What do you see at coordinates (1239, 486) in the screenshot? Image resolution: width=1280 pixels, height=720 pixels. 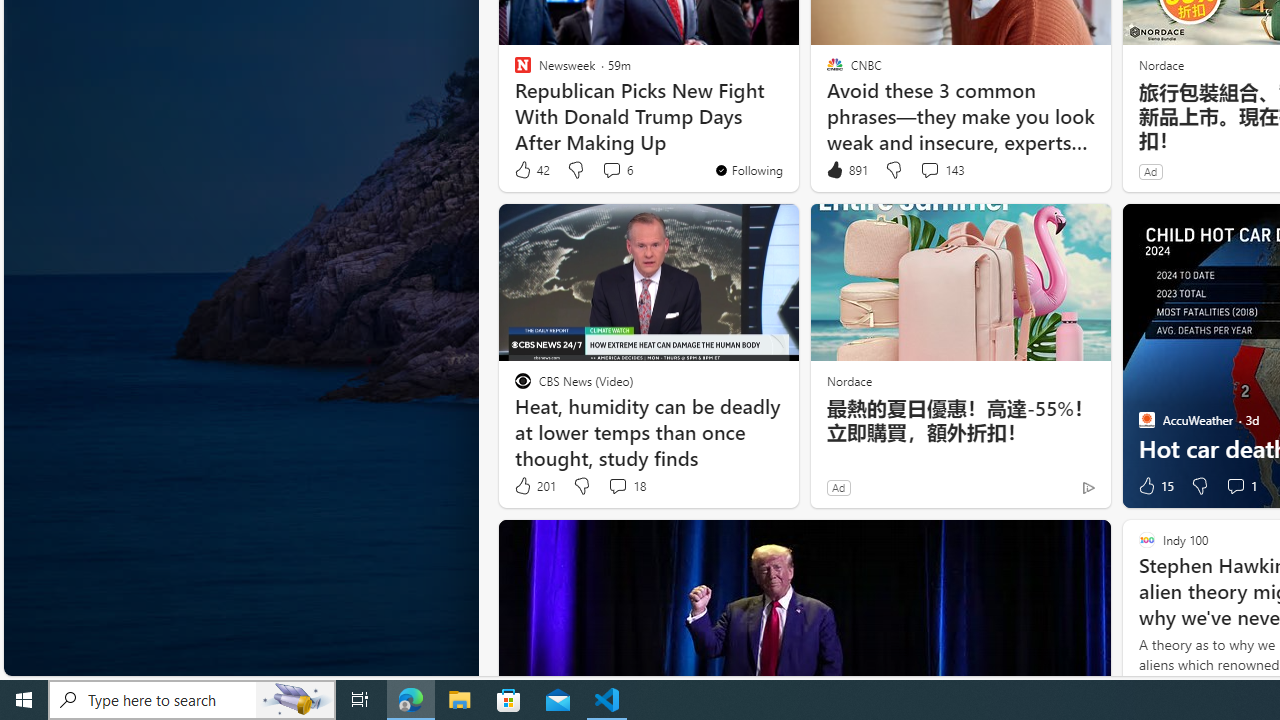 I see `'View comments 1 Comment'` at bounding box center [1239, 486].